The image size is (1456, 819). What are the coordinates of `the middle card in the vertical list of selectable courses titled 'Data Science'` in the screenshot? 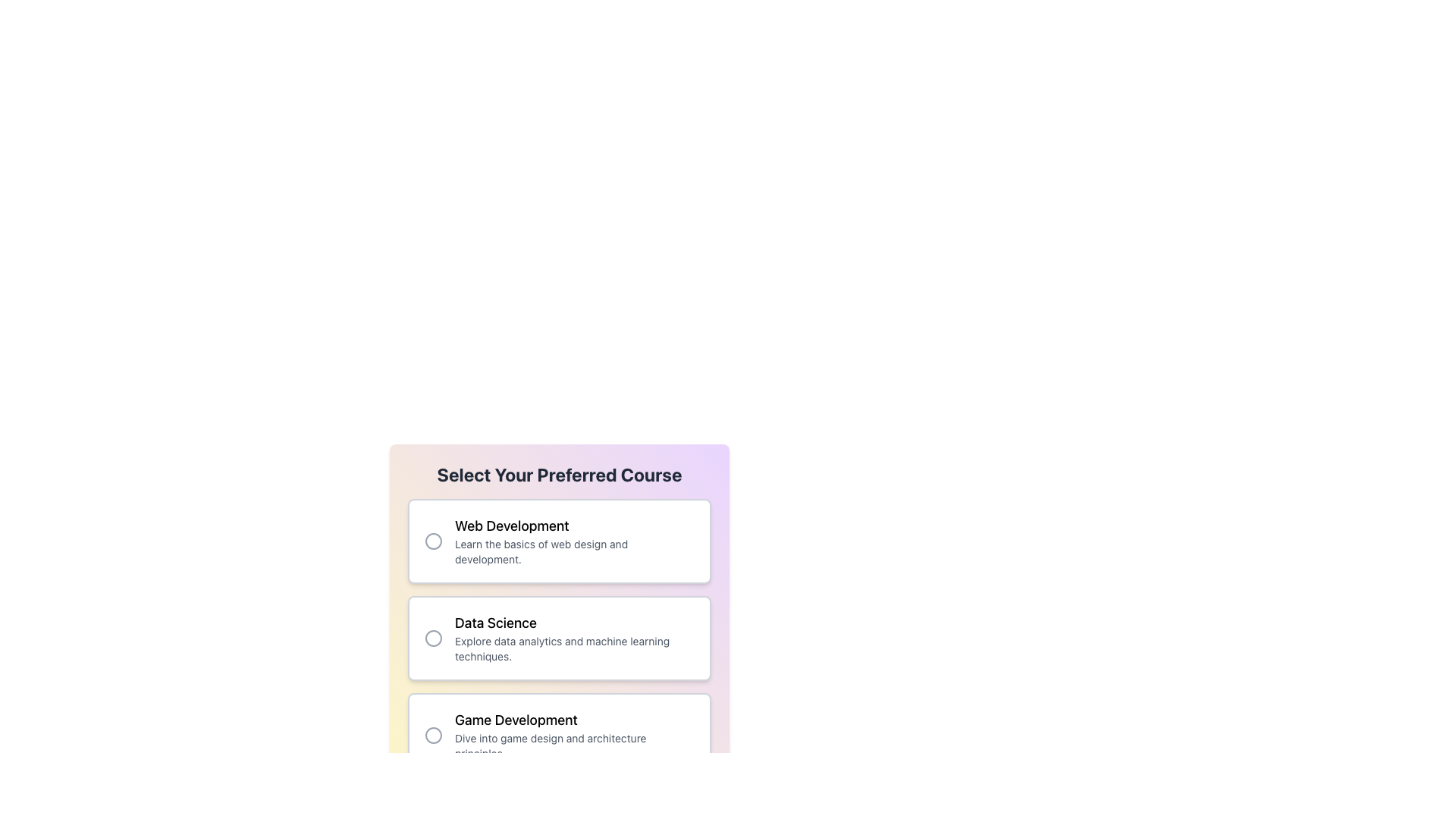 It's located at (559, 588).